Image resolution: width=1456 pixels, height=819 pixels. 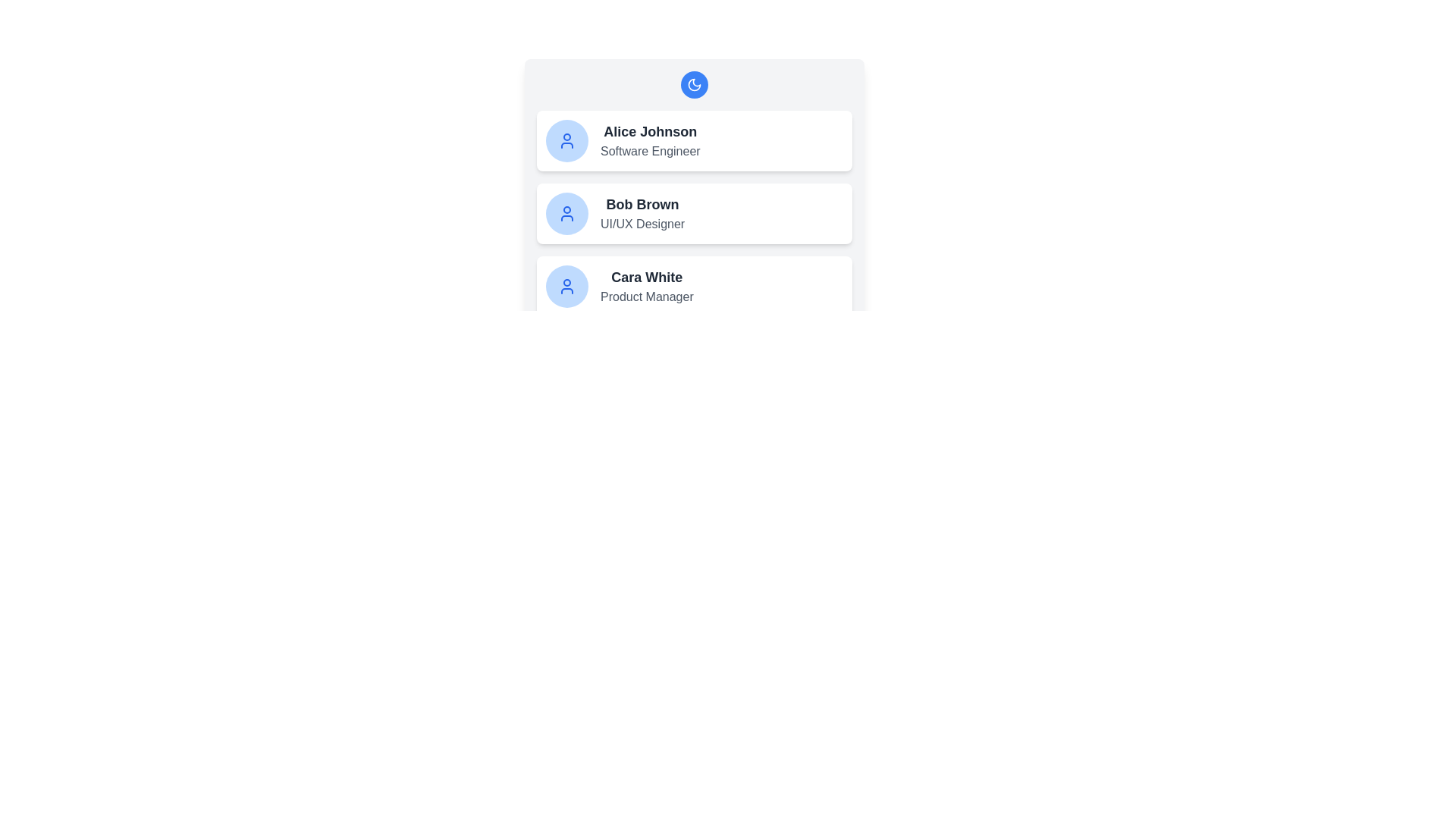 I want to click on the Text label that describes the job title or role of the user 'Bob Brown', located on the second card in a vertical stack of user profiles, so click(x=642, y=224).